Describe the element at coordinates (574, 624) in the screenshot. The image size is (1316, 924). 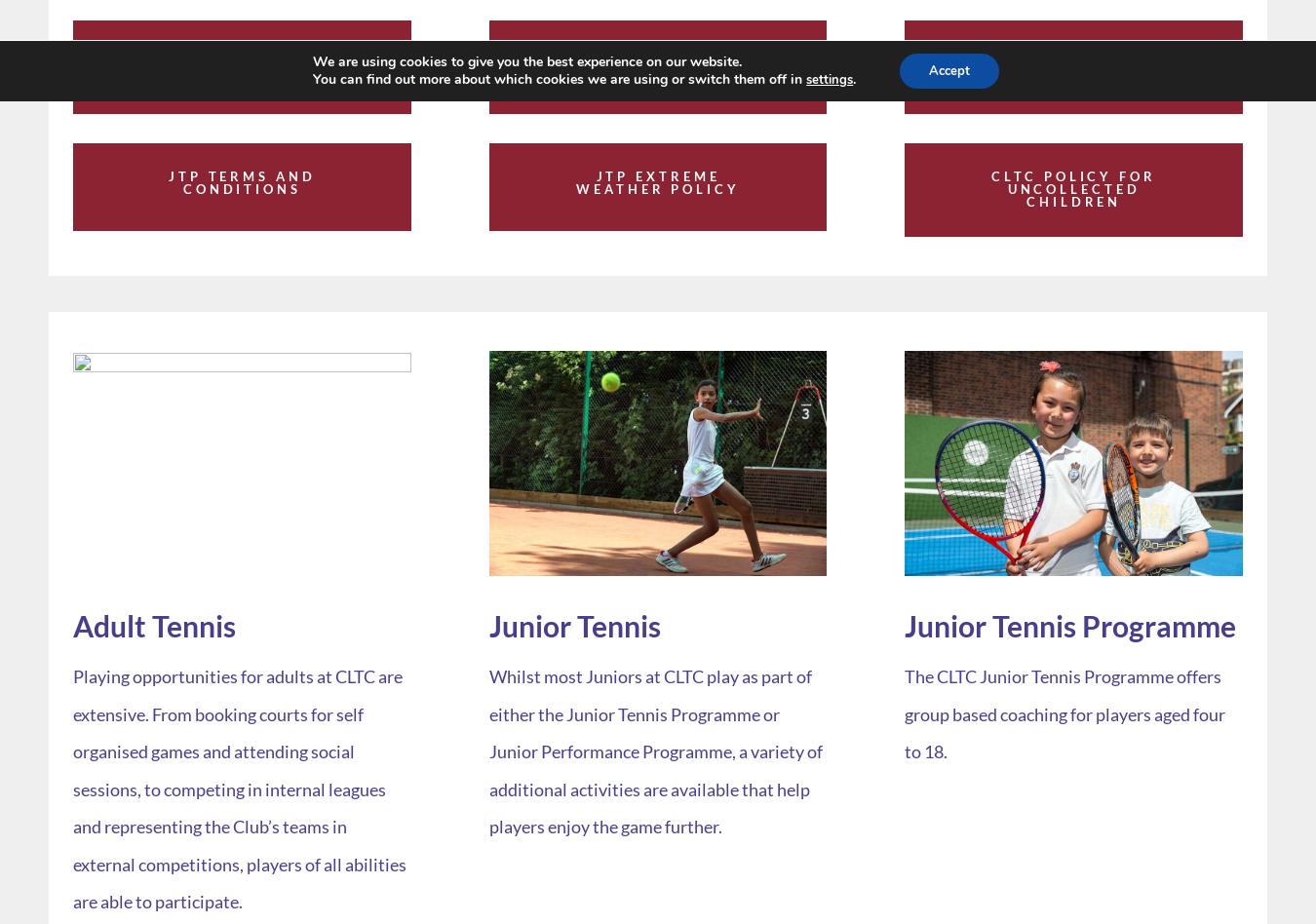
I see `'Junior Tennis'` at that location.